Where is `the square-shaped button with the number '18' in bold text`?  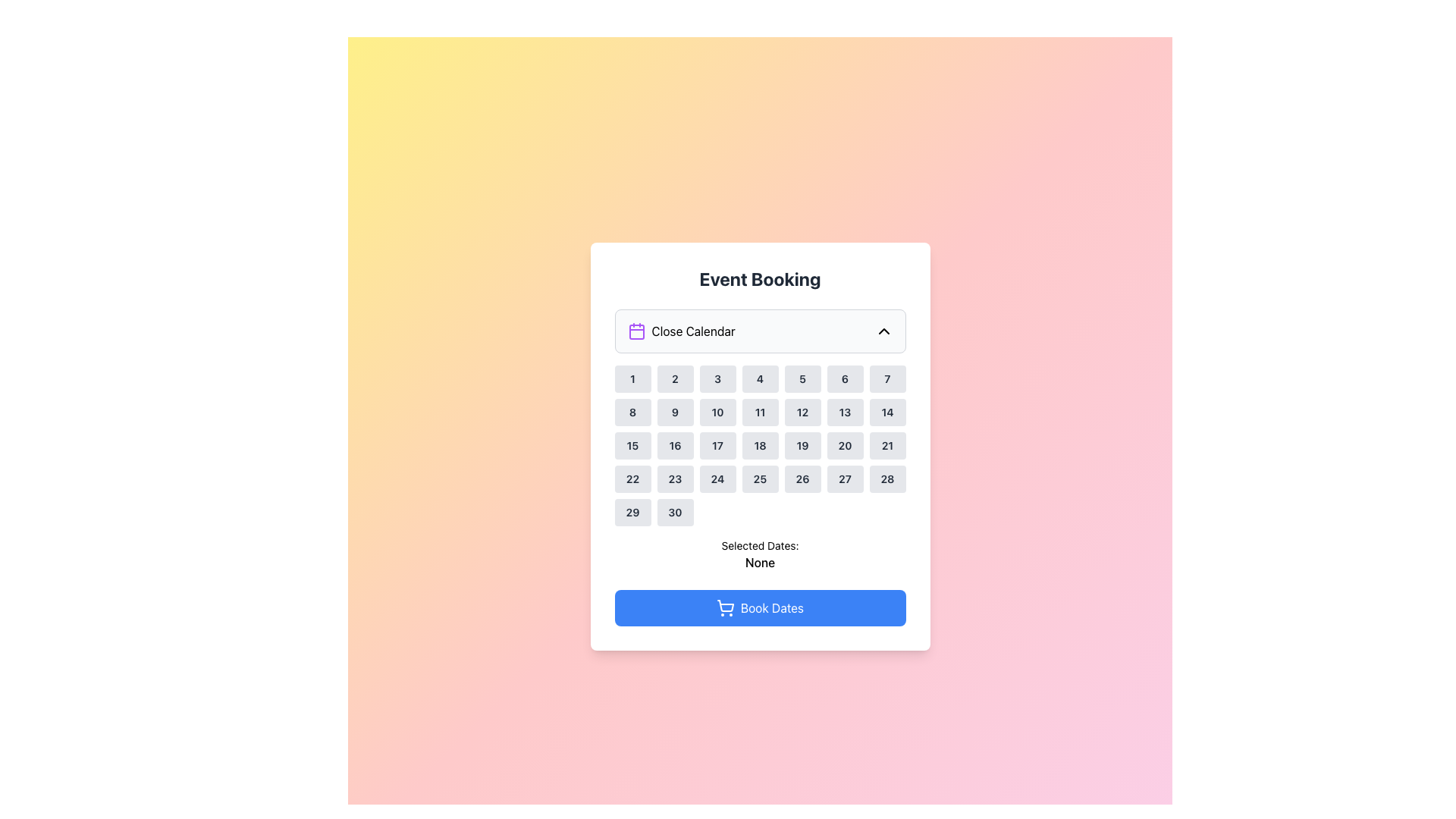 the square-shaped button with the number '18' in bold text is located at coordinates (760, 444).